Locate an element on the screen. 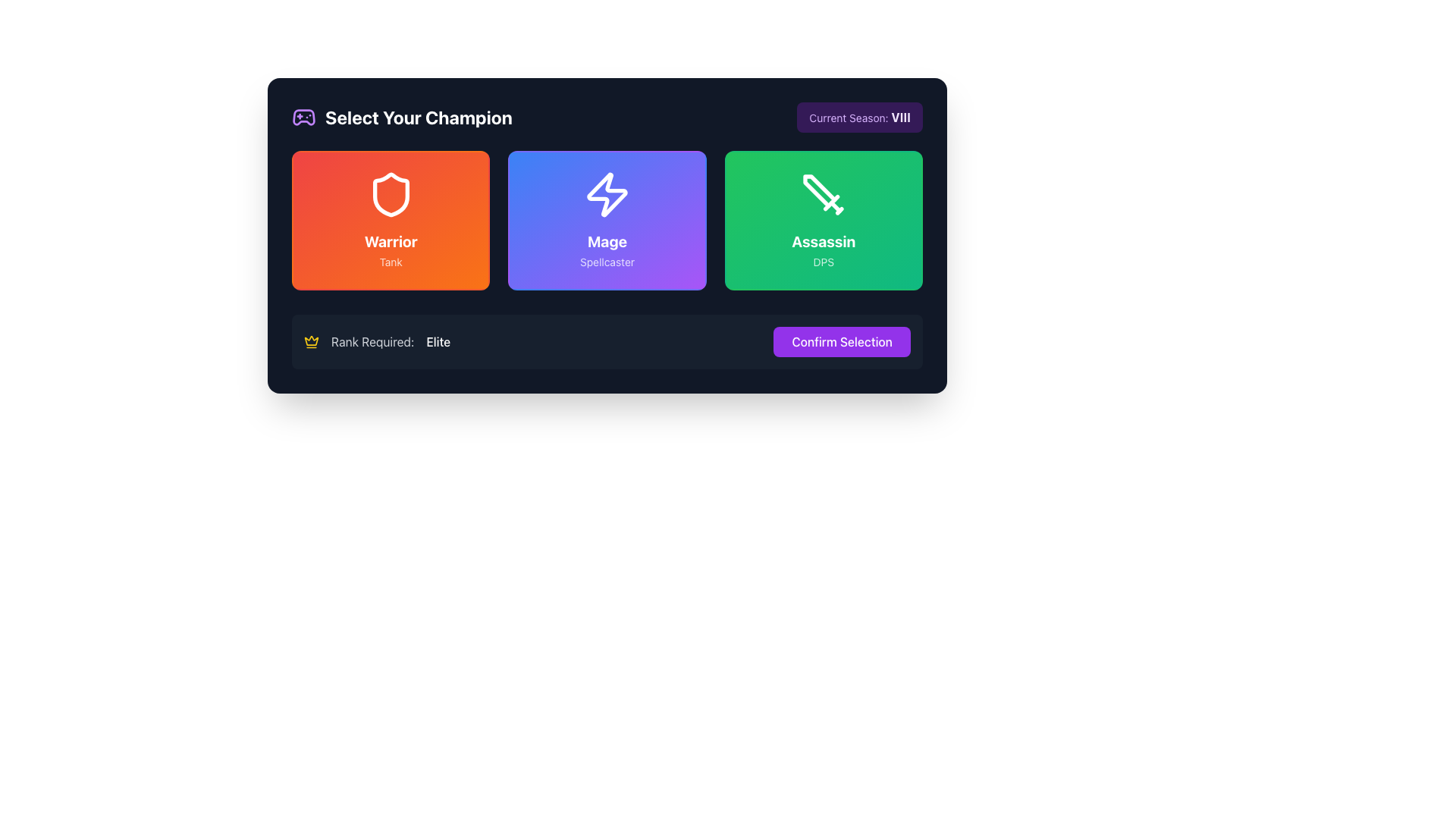 Image resolution: width=1456 pixels, height=819 pixels. the decorative icon located at the far left of the header row, preceding the text 'Select Your Champion' is located at coordinates (303, 116).